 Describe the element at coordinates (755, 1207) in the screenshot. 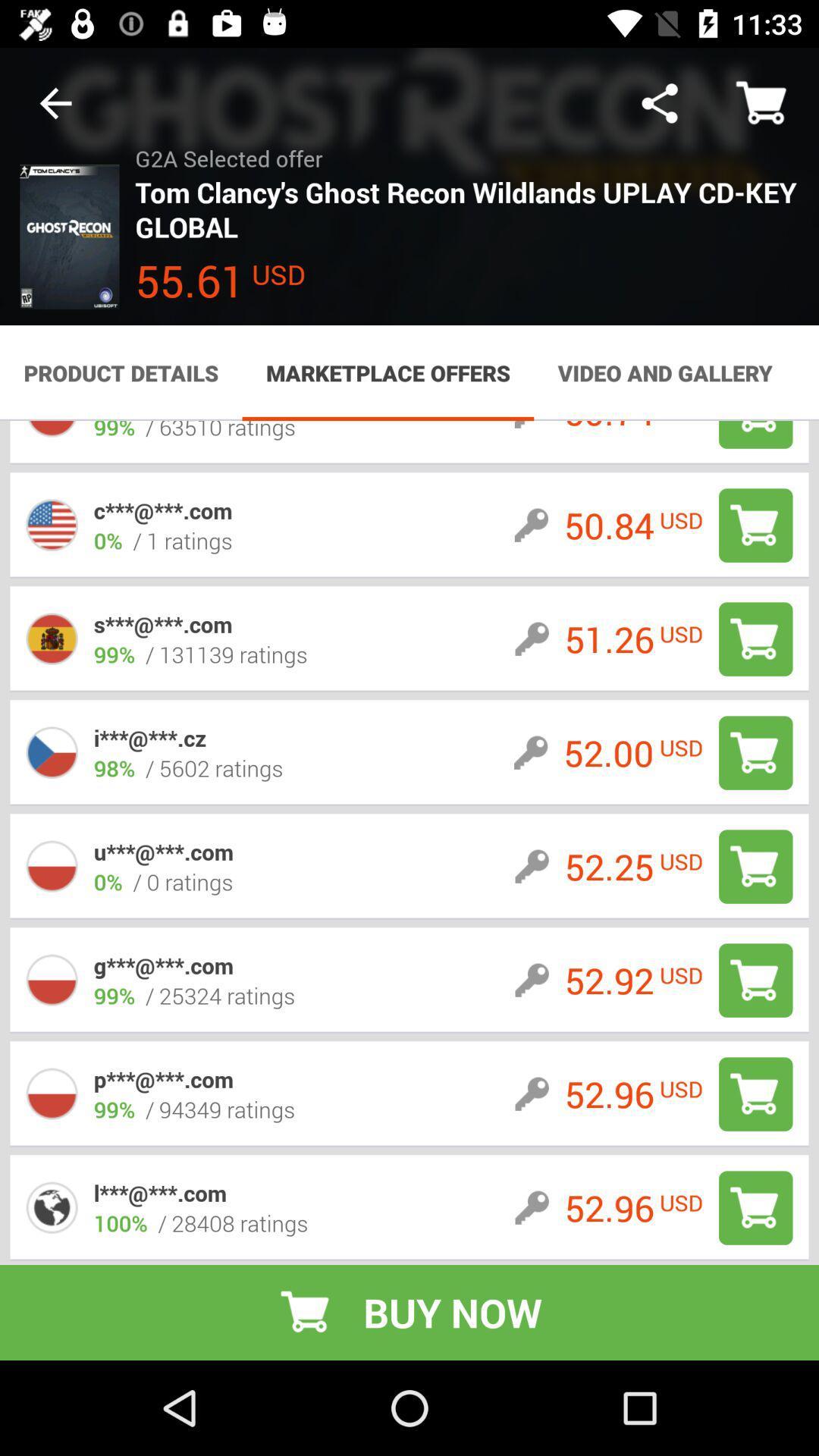

I see `shopping` at that location.